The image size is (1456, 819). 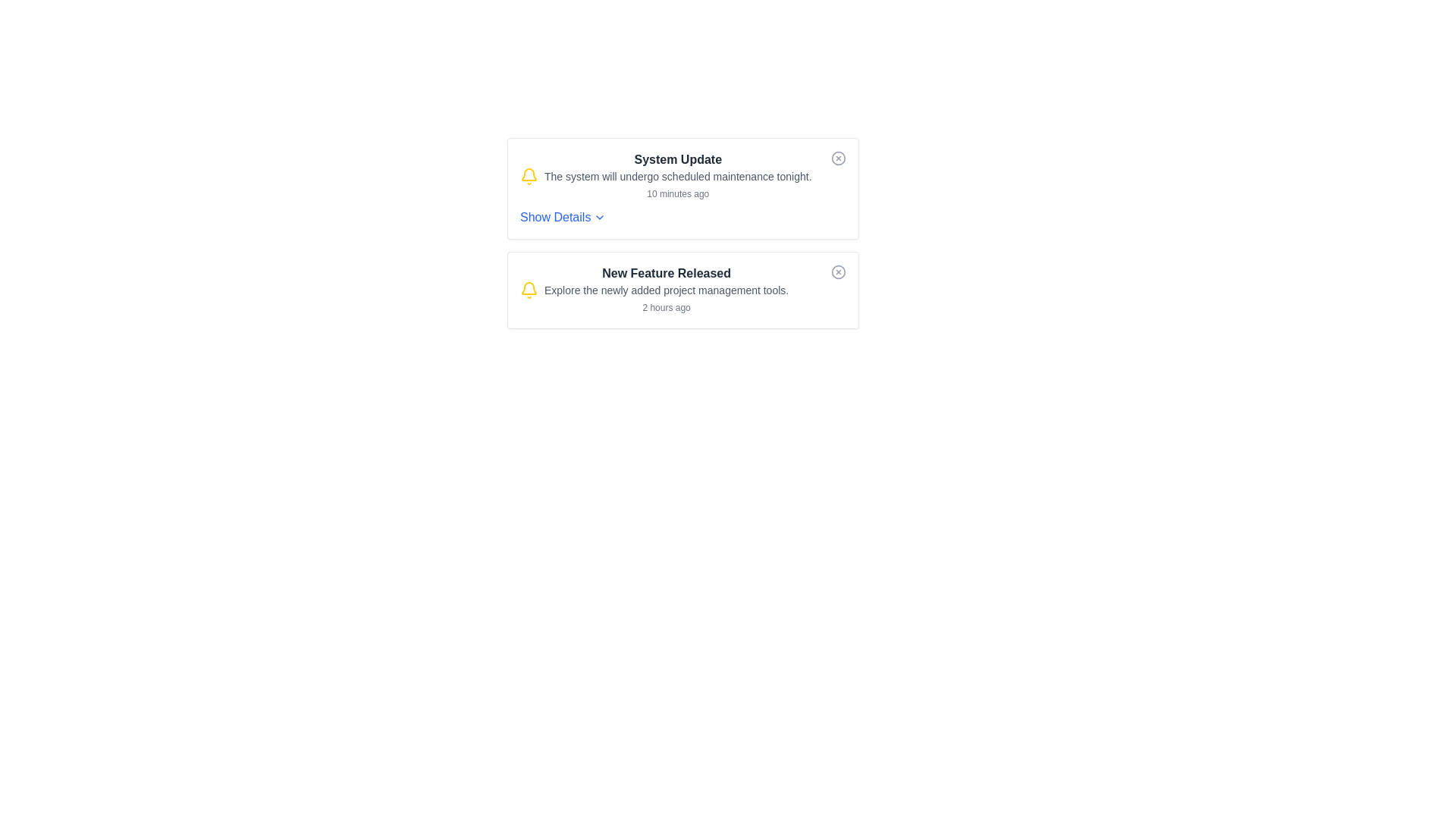 I want to click on the Notification card that displays a summary of a new feature release, located centrally in the lower notification card of a vertical stack, with a yellow bell icon to its left, so click(x=667, y=290).